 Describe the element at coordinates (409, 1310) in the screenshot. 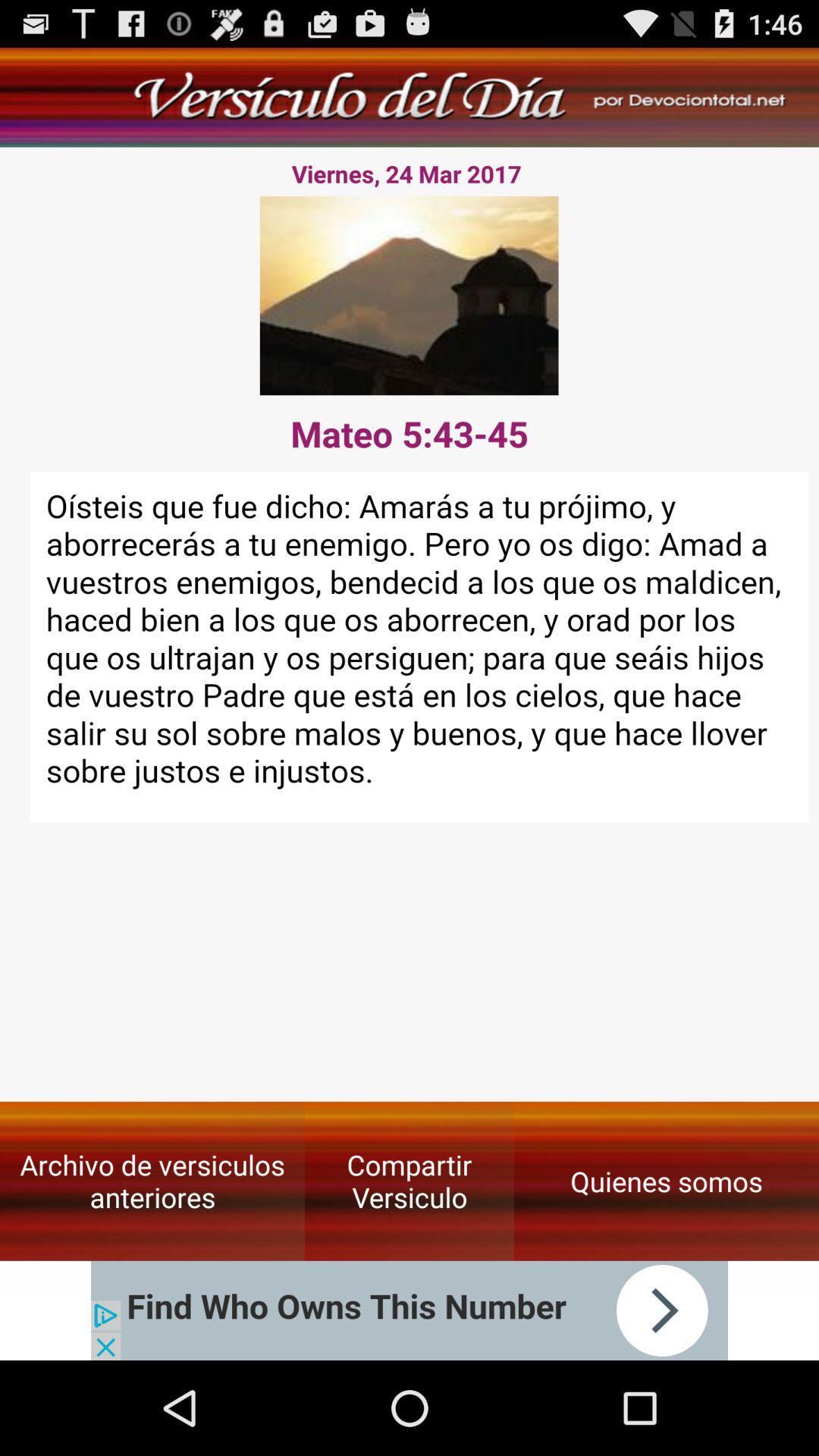

I see `advertising` at that location.